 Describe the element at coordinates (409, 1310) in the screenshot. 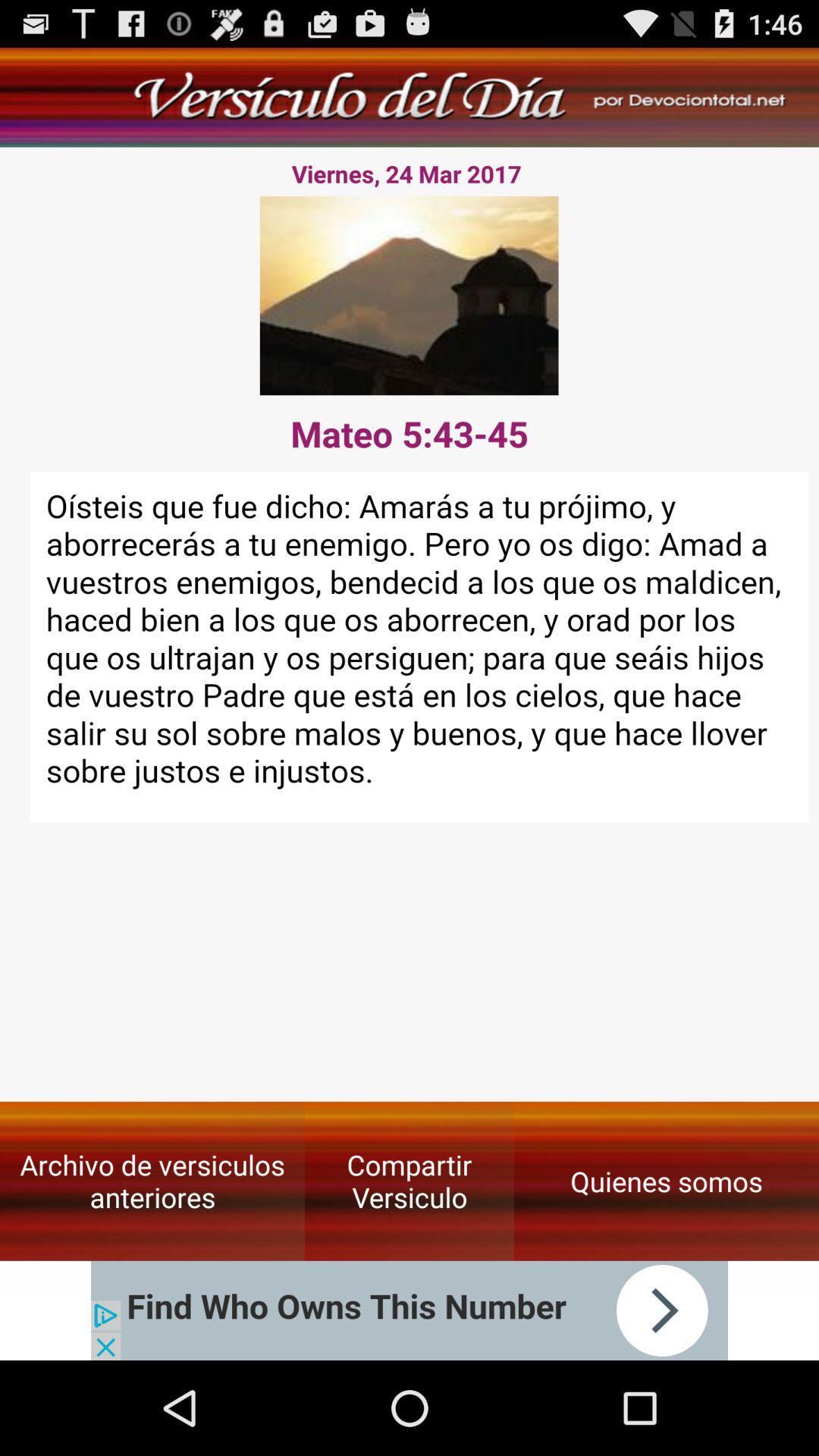

I see `advertising` at that location.